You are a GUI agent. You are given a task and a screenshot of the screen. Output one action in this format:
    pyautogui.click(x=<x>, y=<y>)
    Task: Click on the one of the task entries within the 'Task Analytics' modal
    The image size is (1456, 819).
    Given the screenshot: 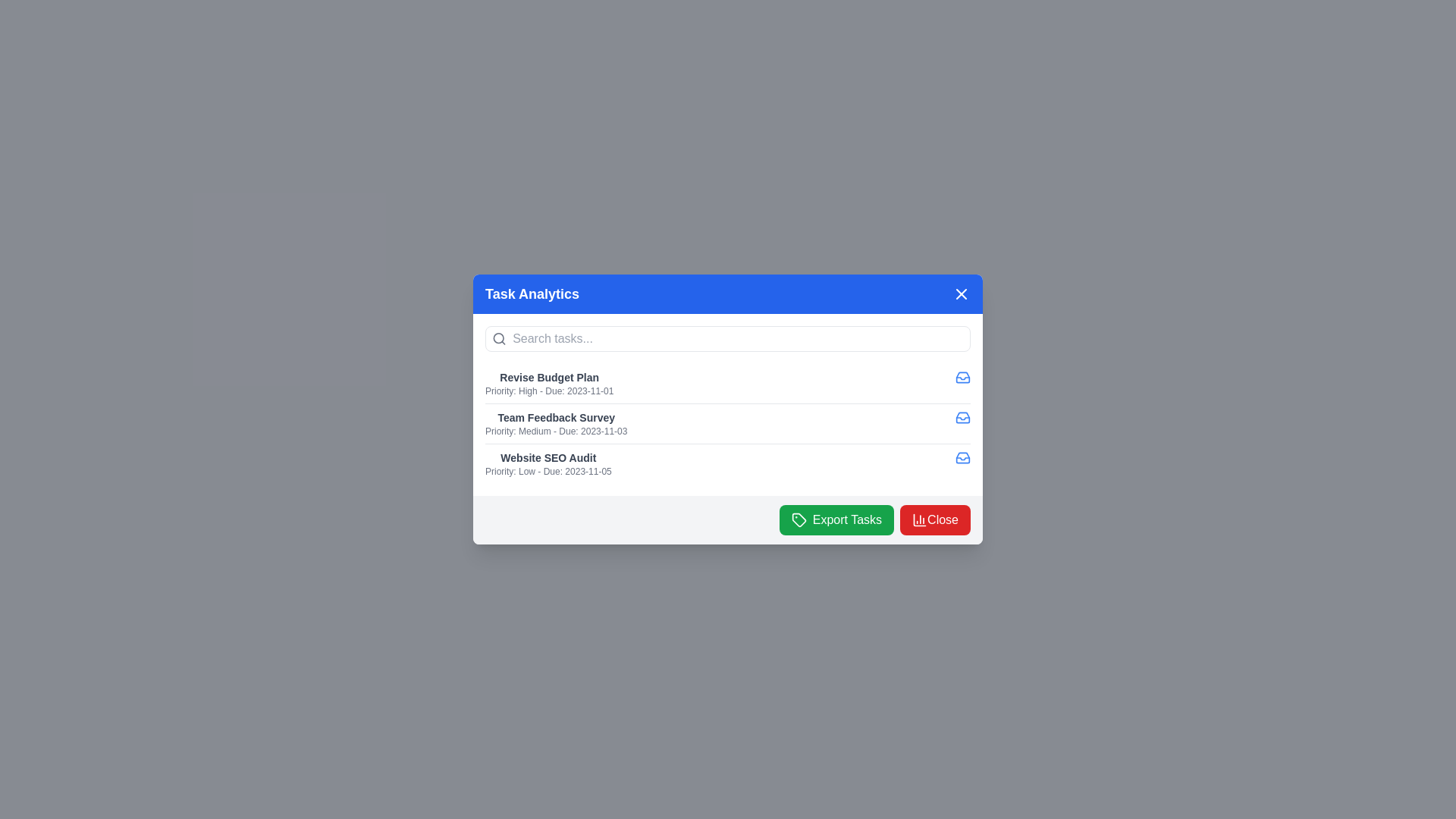 What is the action you would take?
    pyautogui.click(x=728, y=409)
    